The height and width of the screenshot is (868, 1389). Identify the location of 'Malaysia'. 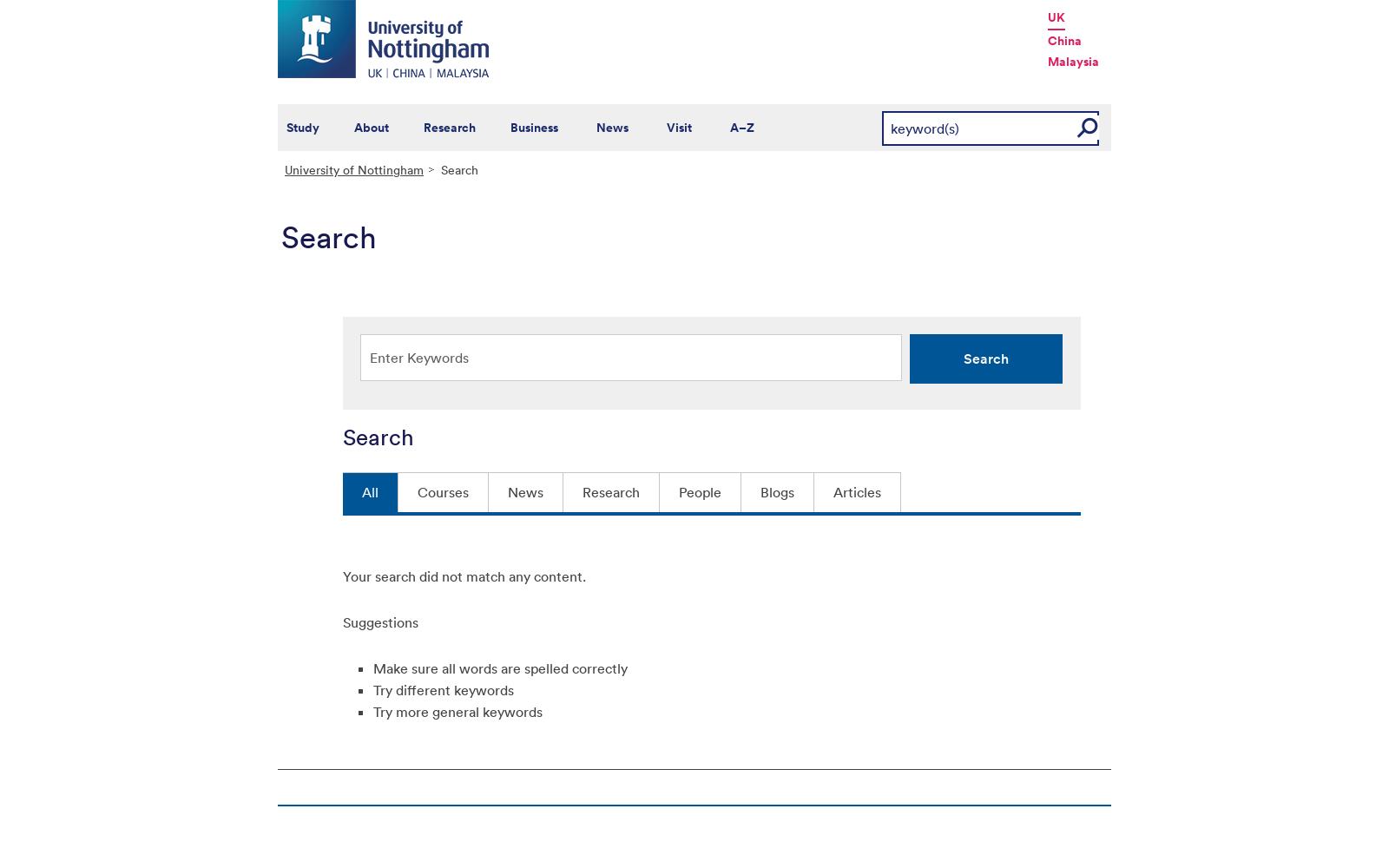
(1072, 61).